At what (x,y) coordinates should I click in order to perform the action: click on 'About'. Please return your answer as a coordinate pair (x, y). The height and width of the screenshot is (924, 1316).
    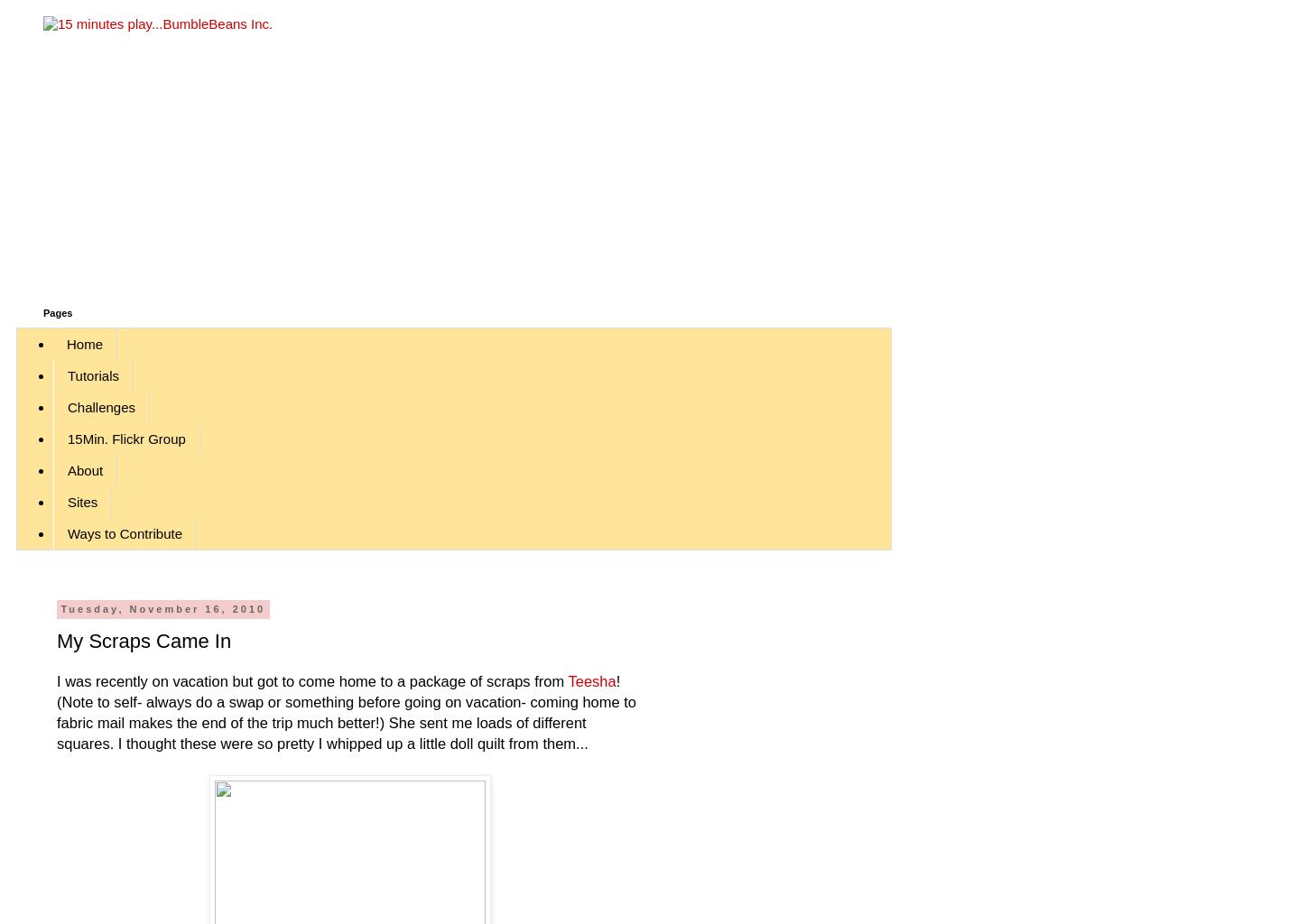
    Looking at the image, I should click on (84, 470).